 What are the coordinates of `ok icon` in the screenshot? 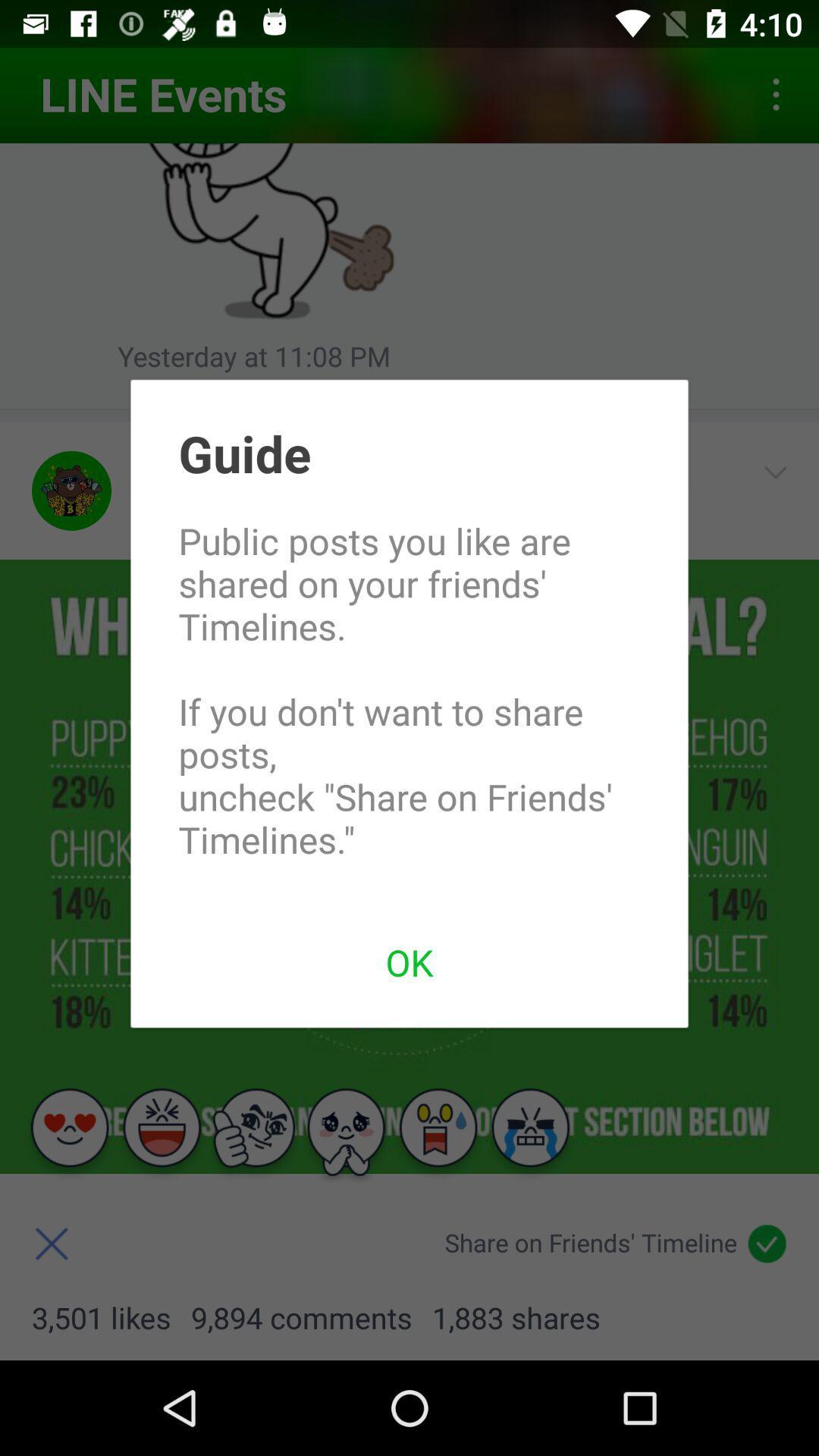 It's located at (409, 961).